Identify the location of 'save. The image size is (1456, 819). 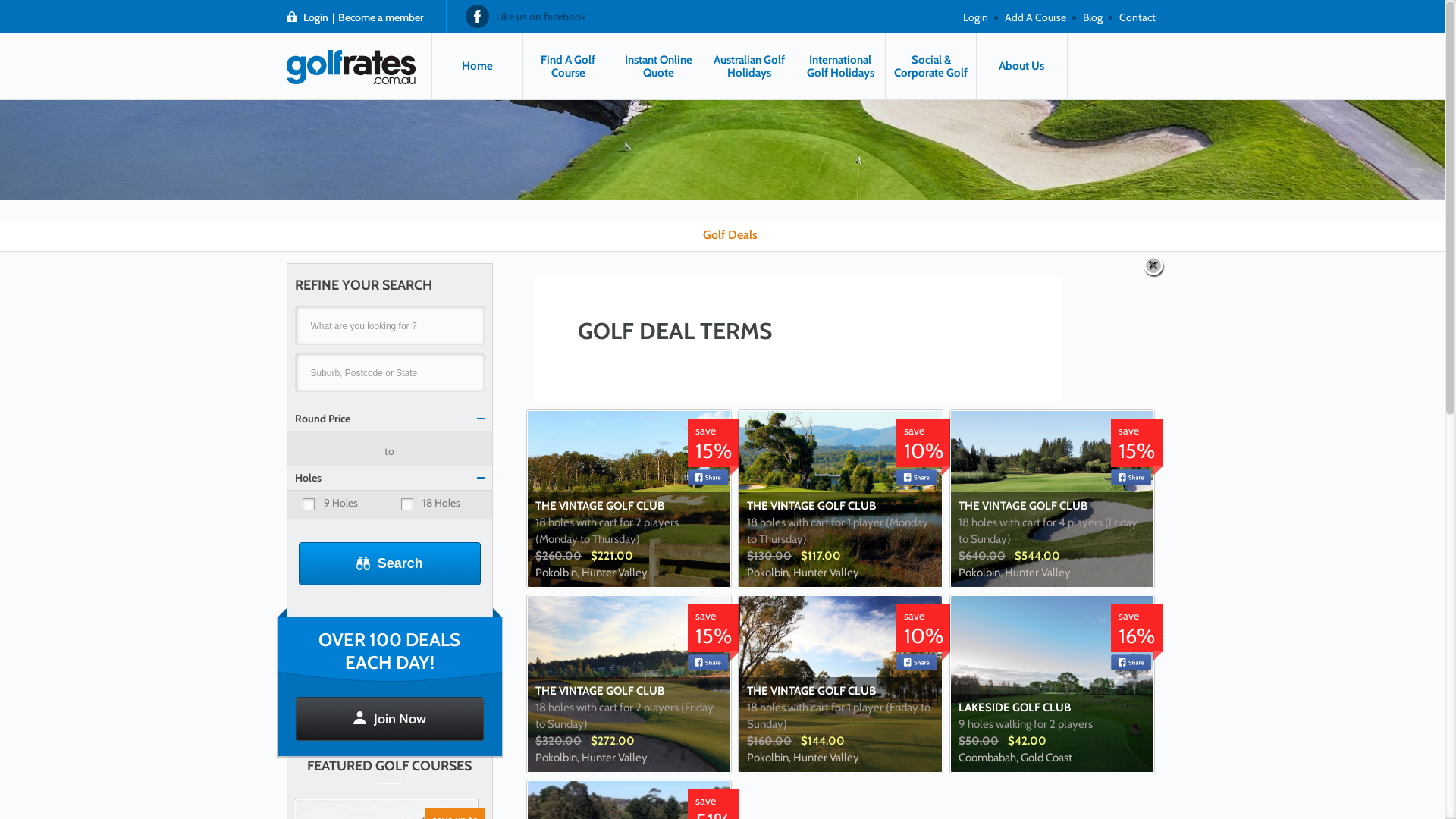
(923, 446).